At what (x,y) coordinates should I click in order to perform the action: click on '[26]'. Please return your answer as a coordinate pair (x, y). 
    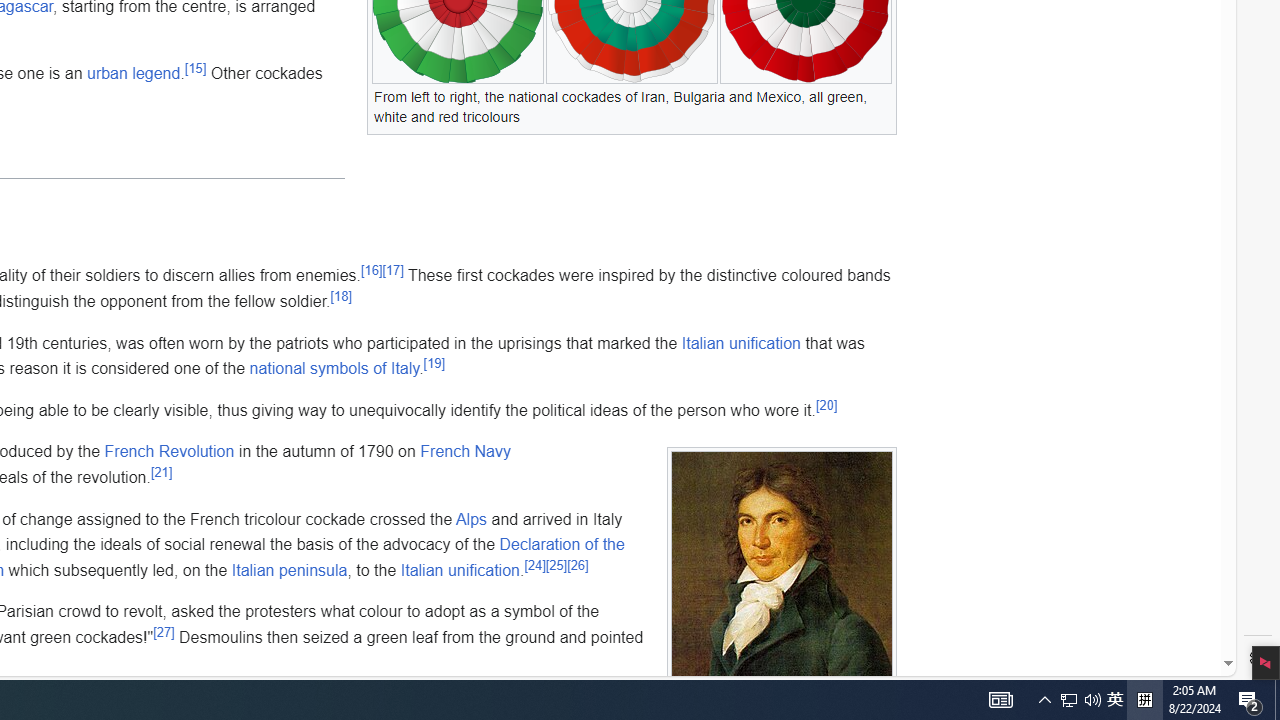
    Looking at the image, I should click on (576, 565).